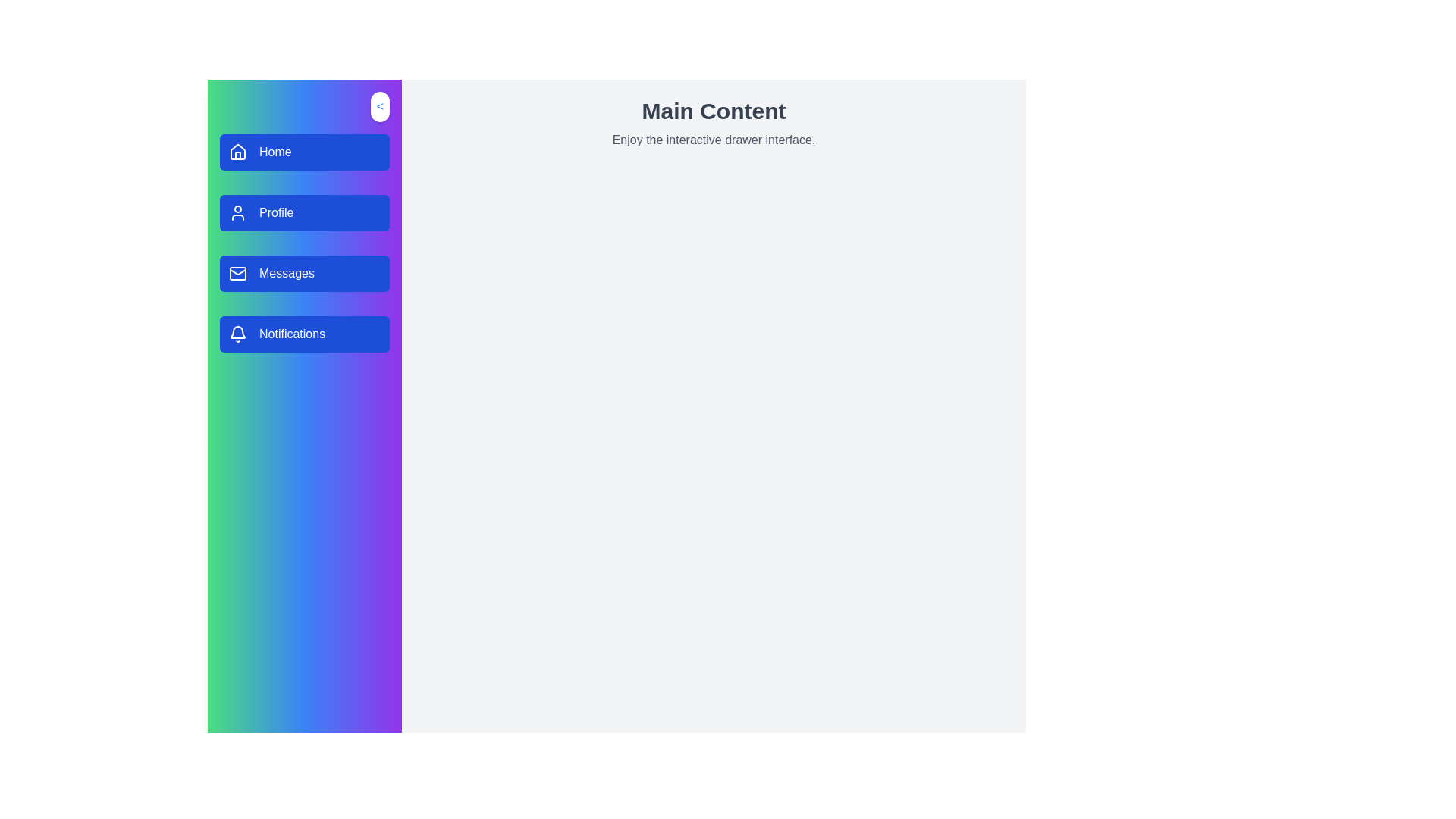  Describe the element at coordinates (287, 274) in the screenshot. I see `the 'Messages' label located in the third button of the vertical navigation menu on the left sidebar, which serves as a descriptor for the button's functionality` at that location.